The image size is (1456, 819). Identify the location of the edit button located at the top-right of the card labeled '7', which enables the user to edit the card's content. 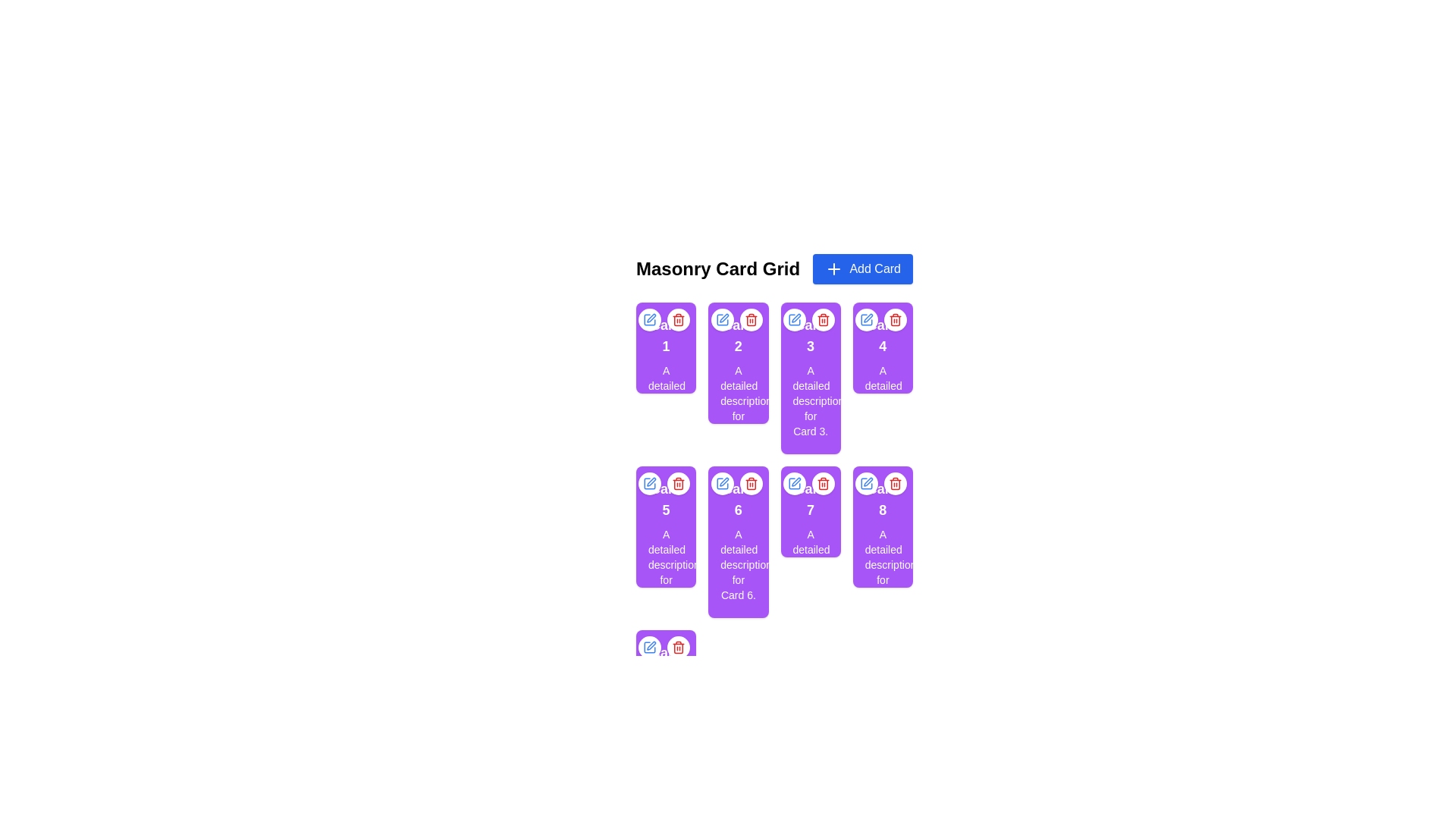
(793, 483).